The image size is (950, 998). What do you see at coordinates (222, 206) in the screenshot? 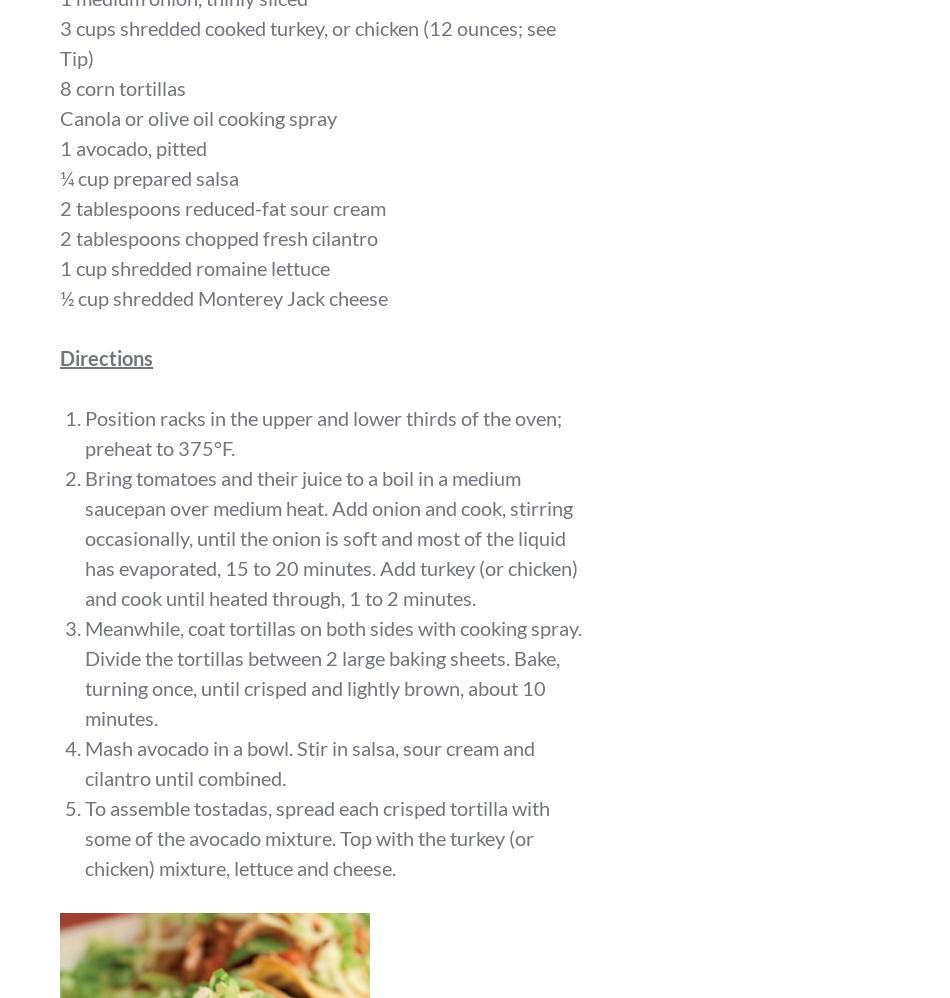
I see `'2 tablespoons reduced-fat sour cream'` at bounding box center [222, 206].